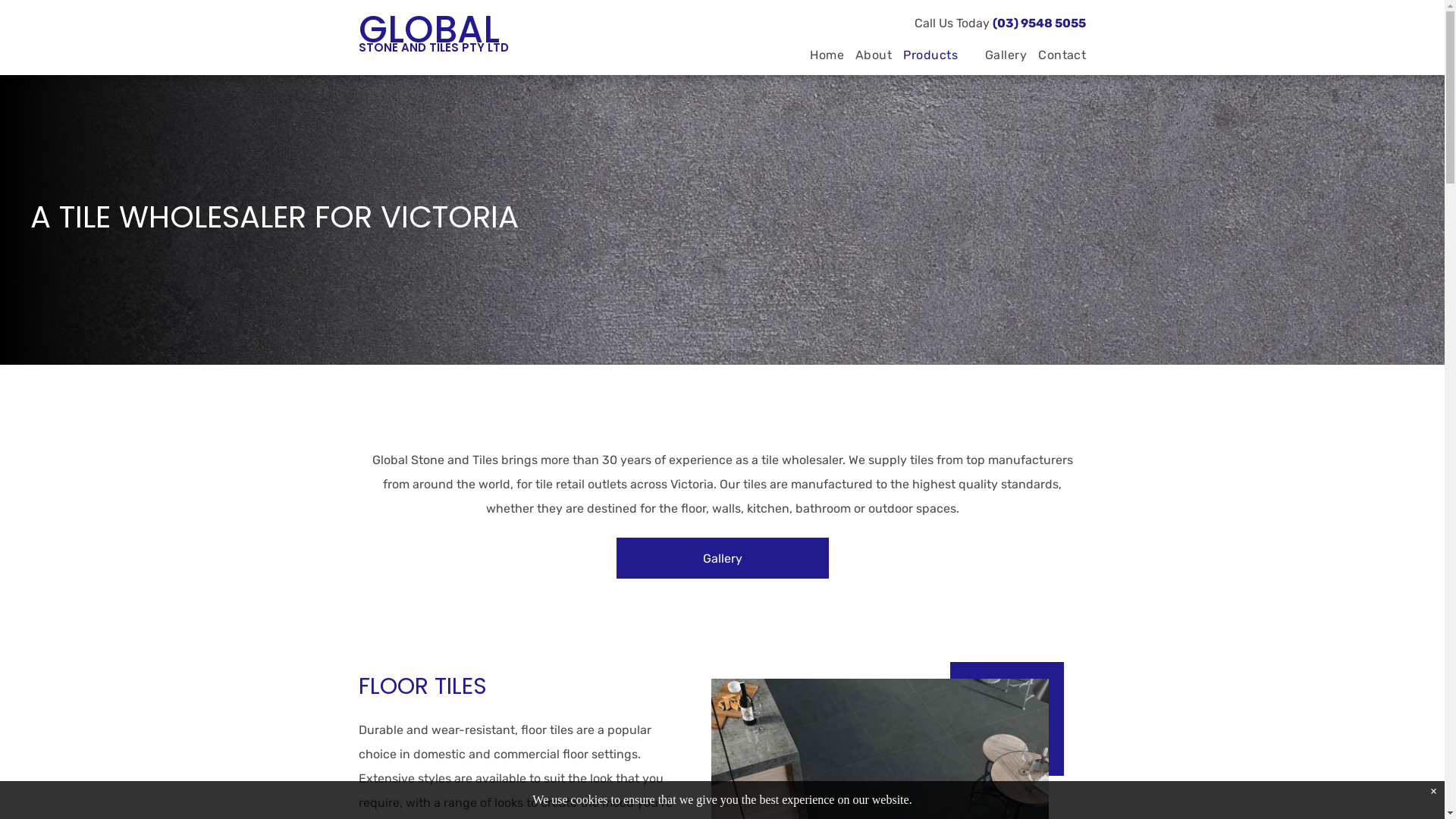 This screenshot has width=1456, height=819. What do you see at coordinates (720, 558) in the screenshot?
I see `'Gallery'` at bounding box center [720, 558].